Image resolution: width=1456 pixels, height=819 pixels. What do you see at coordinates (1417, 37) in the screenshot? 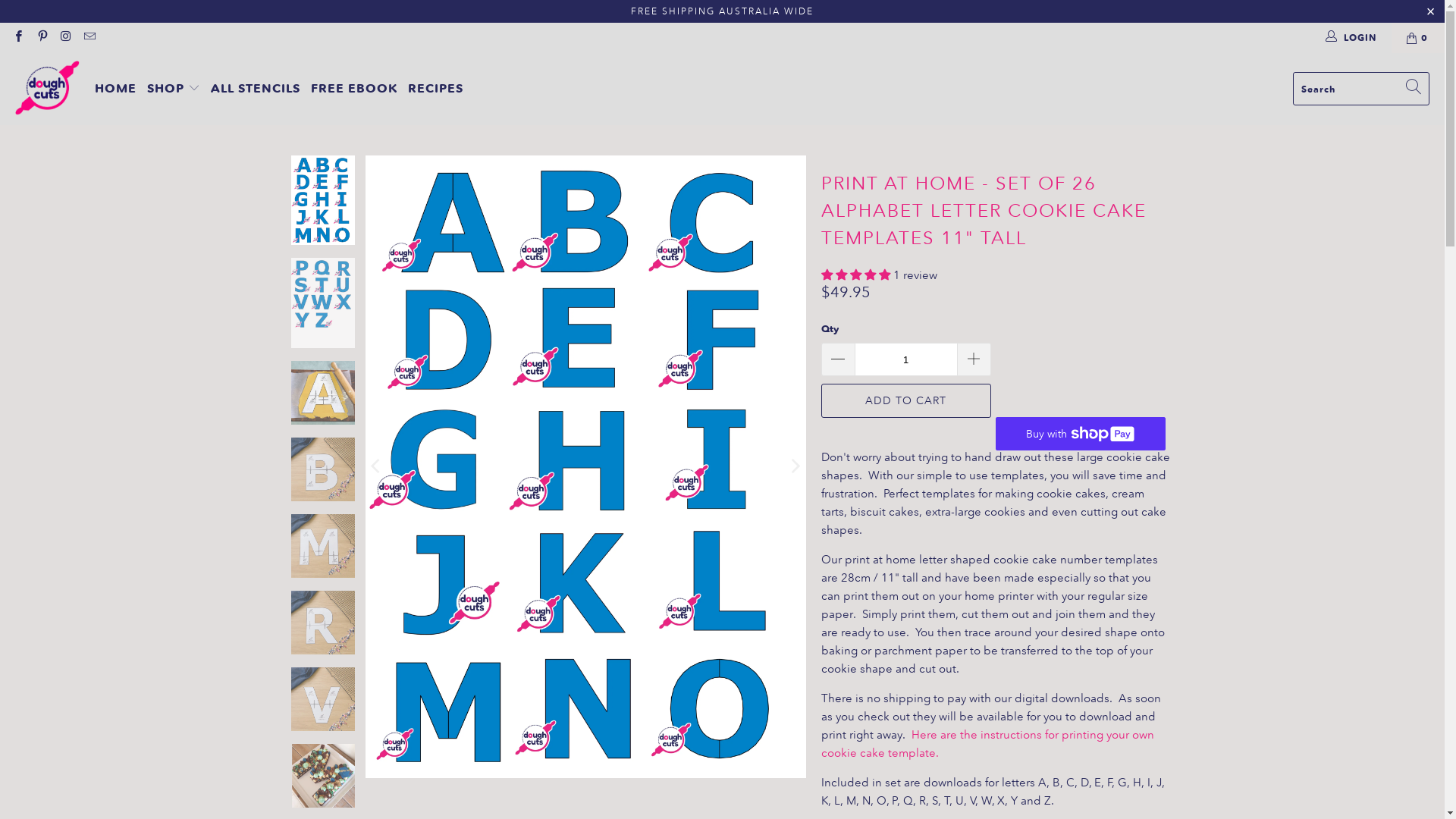
I see `'0'` at bounding box center [1417, 37].